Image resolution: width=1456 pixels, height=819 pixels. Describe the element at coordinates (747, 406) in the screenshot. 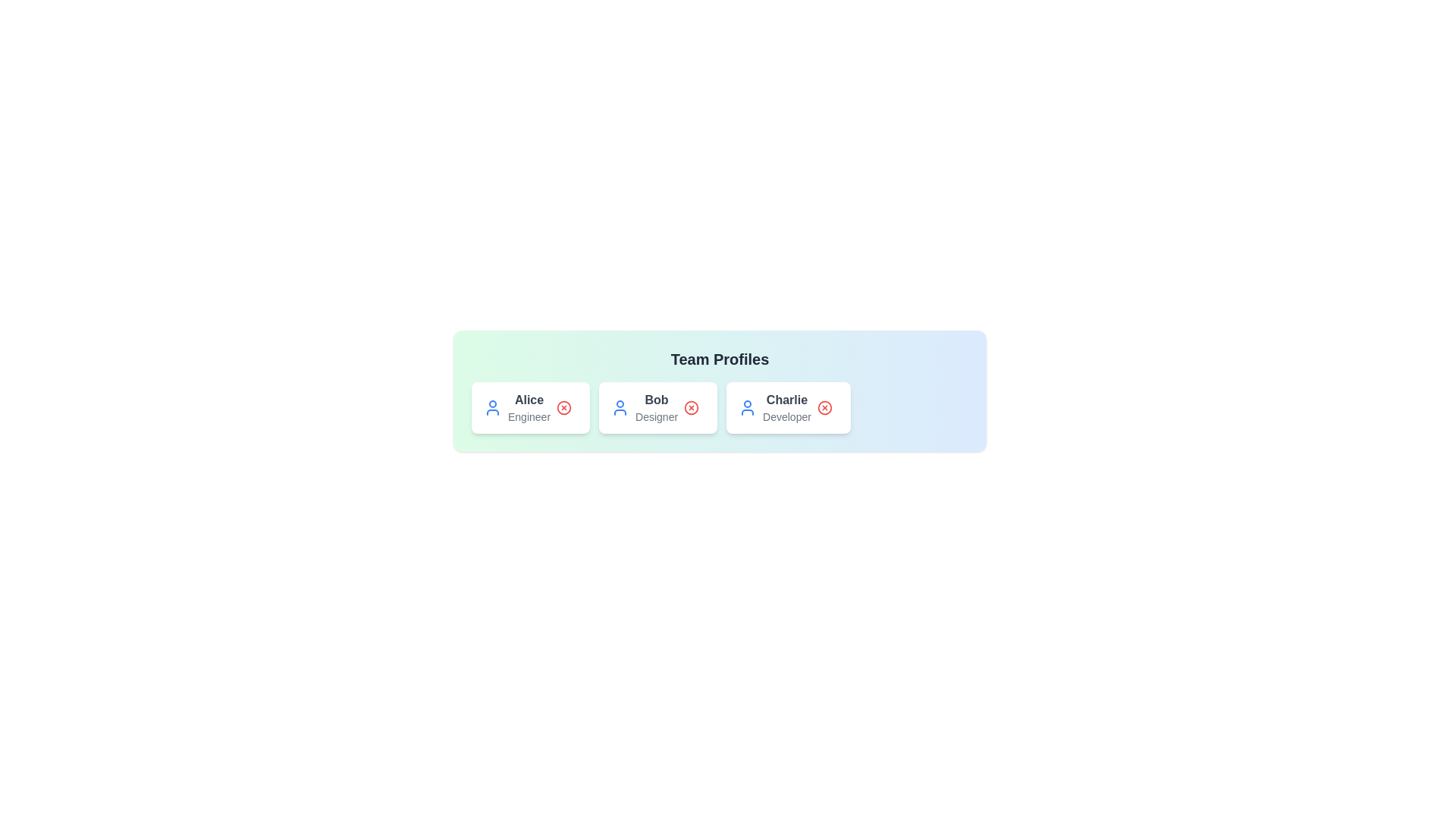

I see `the user icon associated with the profile Charlie` at that location.